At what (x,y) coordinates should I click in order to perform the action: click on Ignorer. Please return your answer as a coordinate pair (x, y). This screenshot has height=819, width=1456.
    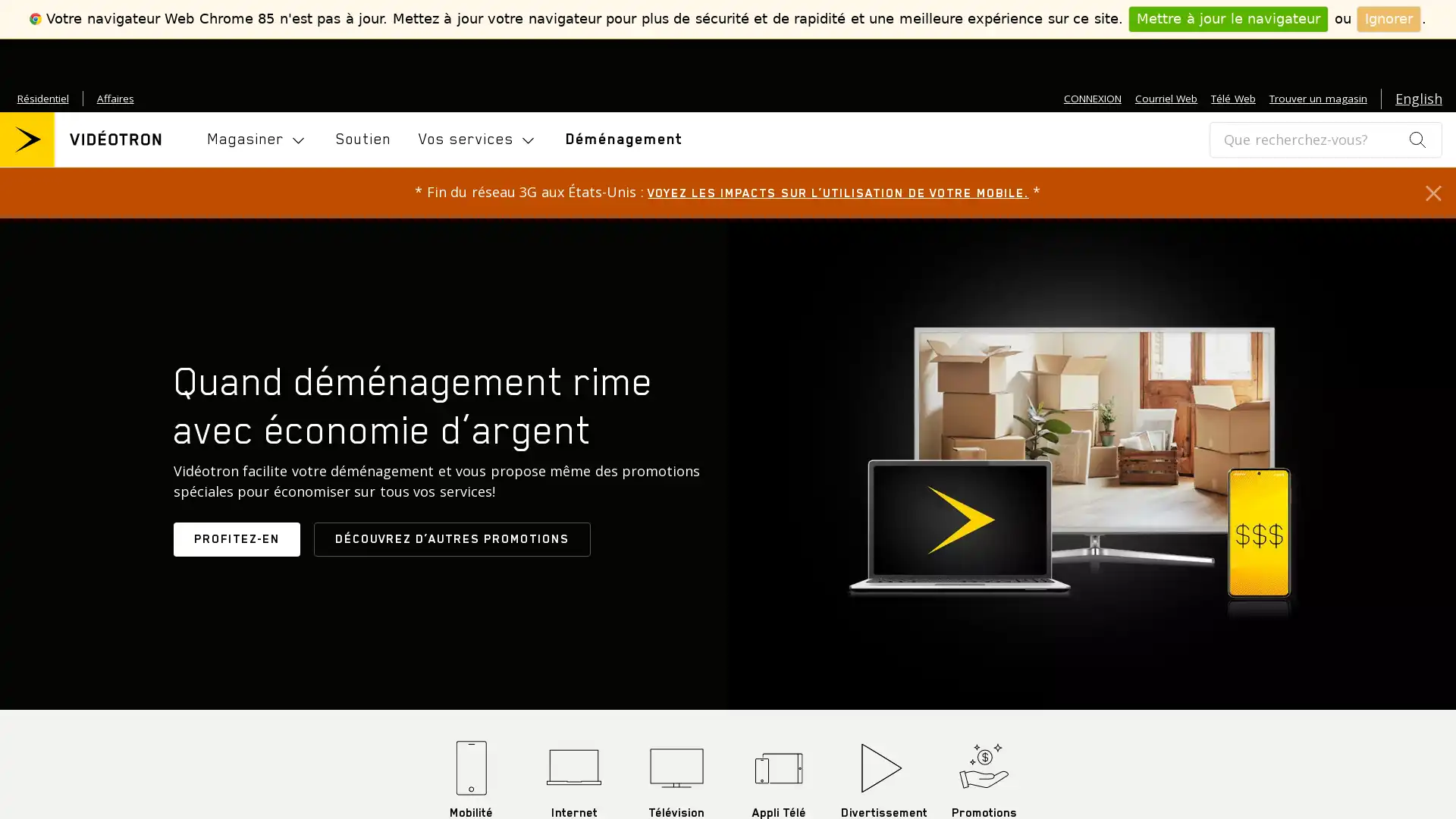
    Looking at the image, I should click on (1389, 18).